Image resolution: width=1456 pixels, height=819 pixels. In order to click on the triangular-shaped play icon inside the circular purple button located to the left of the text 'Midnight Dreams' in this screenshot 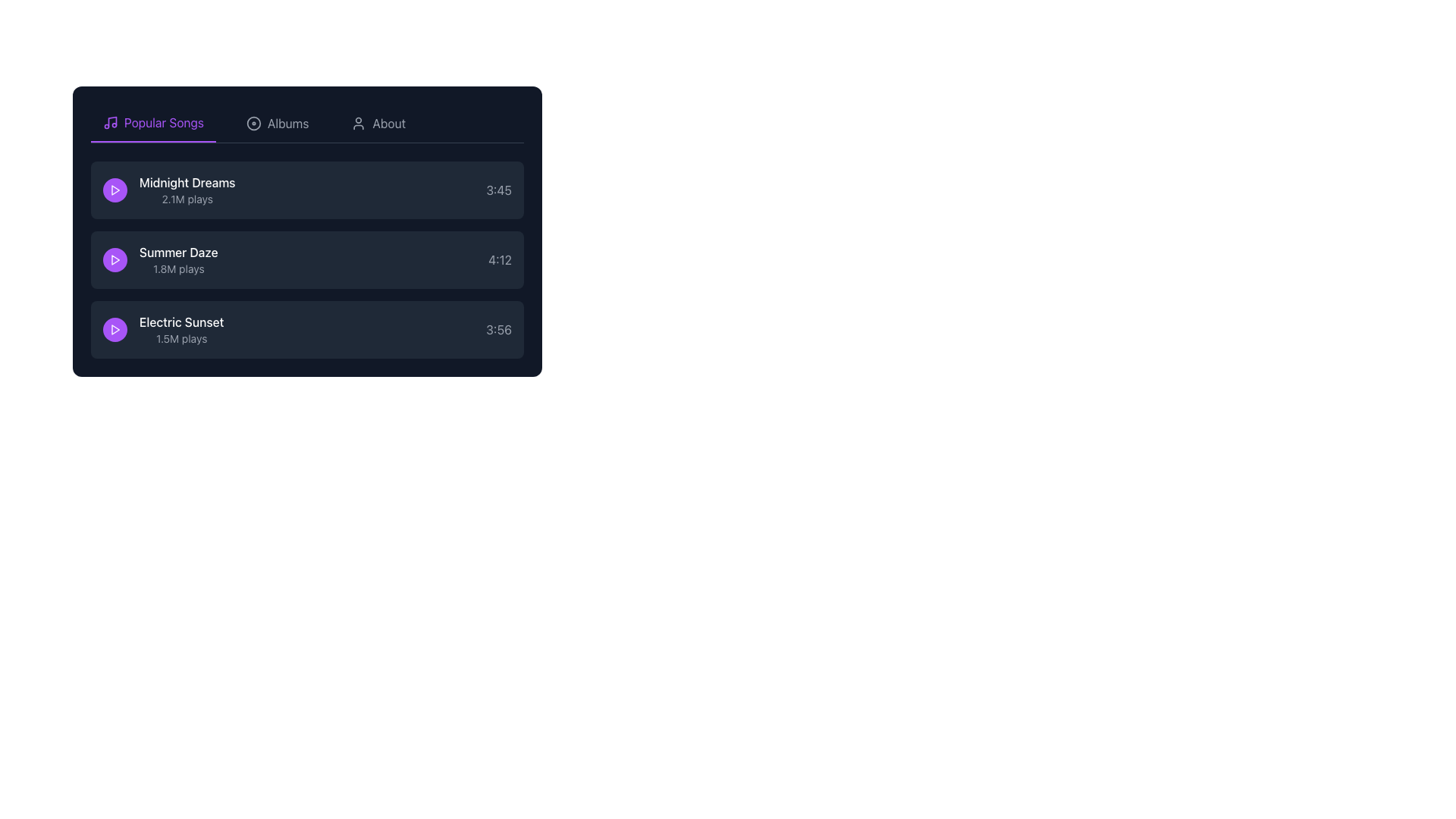, I will do `click(115, 259)`.